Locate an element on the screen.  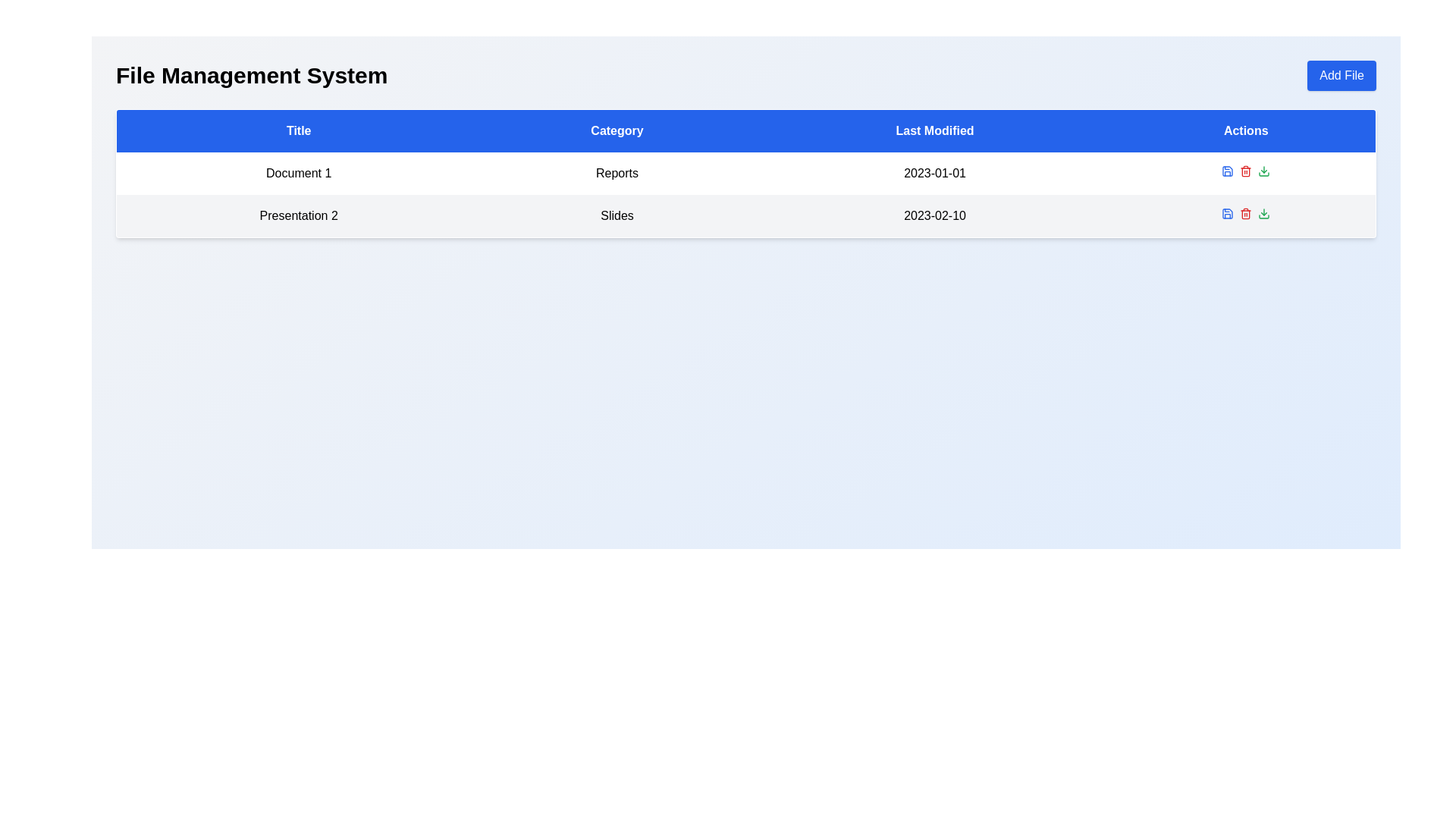
the static text element representing the document title in the first row of the table under the 'Title' column is located at coordinates (298, 172).